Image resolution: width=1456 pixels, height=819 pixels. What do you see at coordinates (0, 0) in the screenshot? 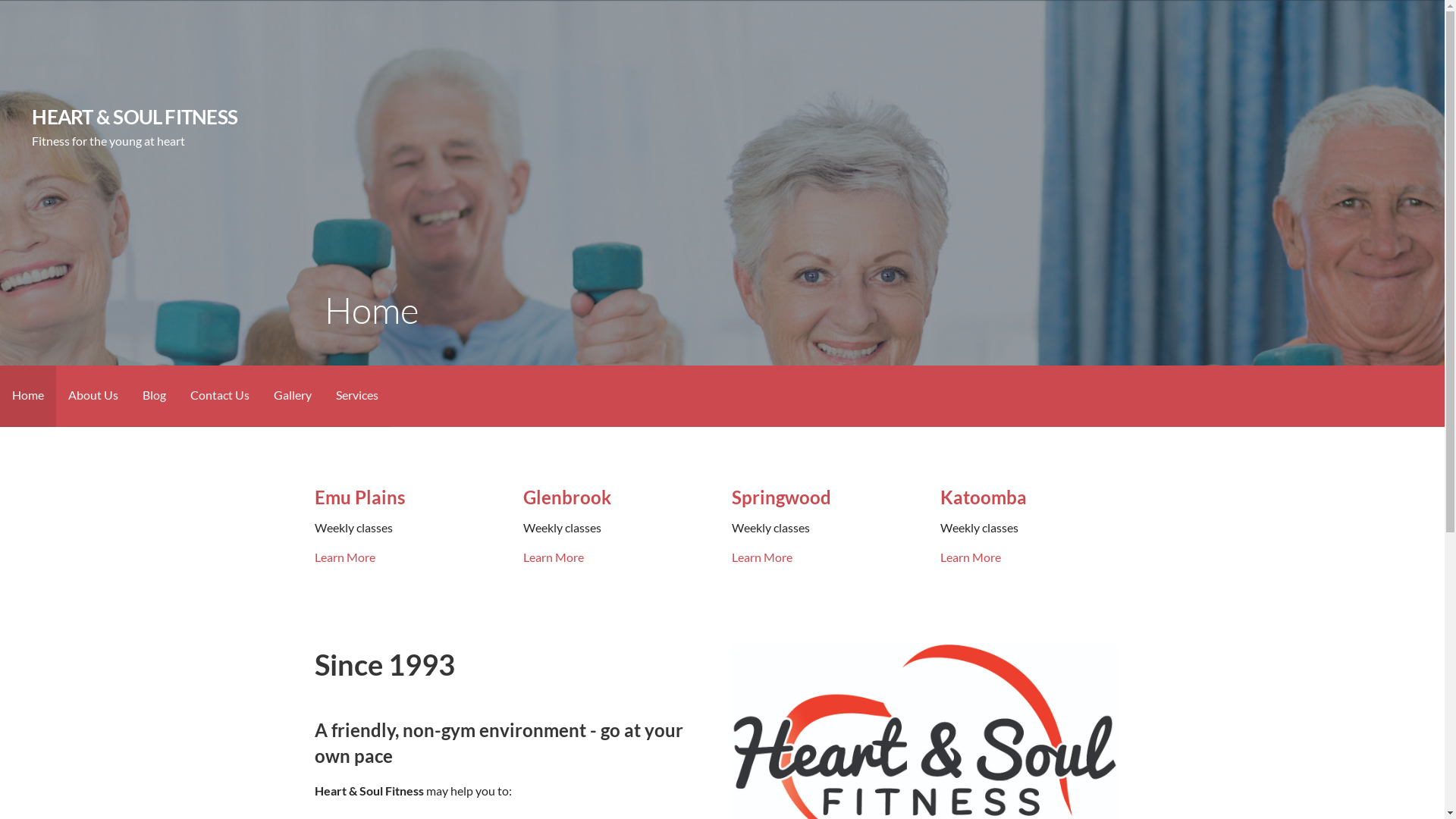
I see `'Skip to content'` at bounding box center [0, 0].